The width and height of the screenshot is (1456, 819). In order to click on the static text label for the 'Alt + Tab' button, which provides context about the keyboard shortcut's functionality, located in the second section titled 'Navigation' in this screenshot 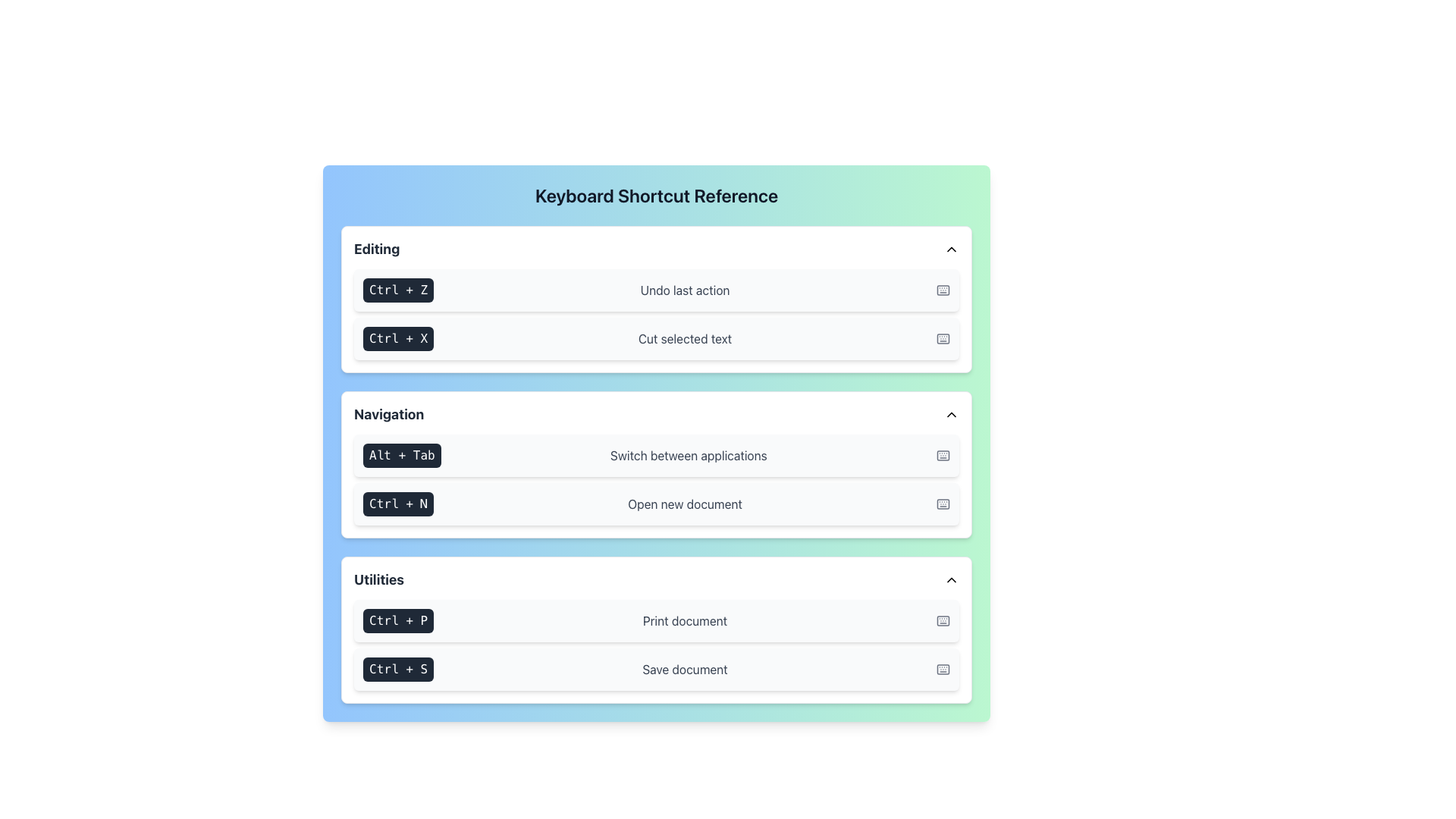, I will do `click(688, 455)`.